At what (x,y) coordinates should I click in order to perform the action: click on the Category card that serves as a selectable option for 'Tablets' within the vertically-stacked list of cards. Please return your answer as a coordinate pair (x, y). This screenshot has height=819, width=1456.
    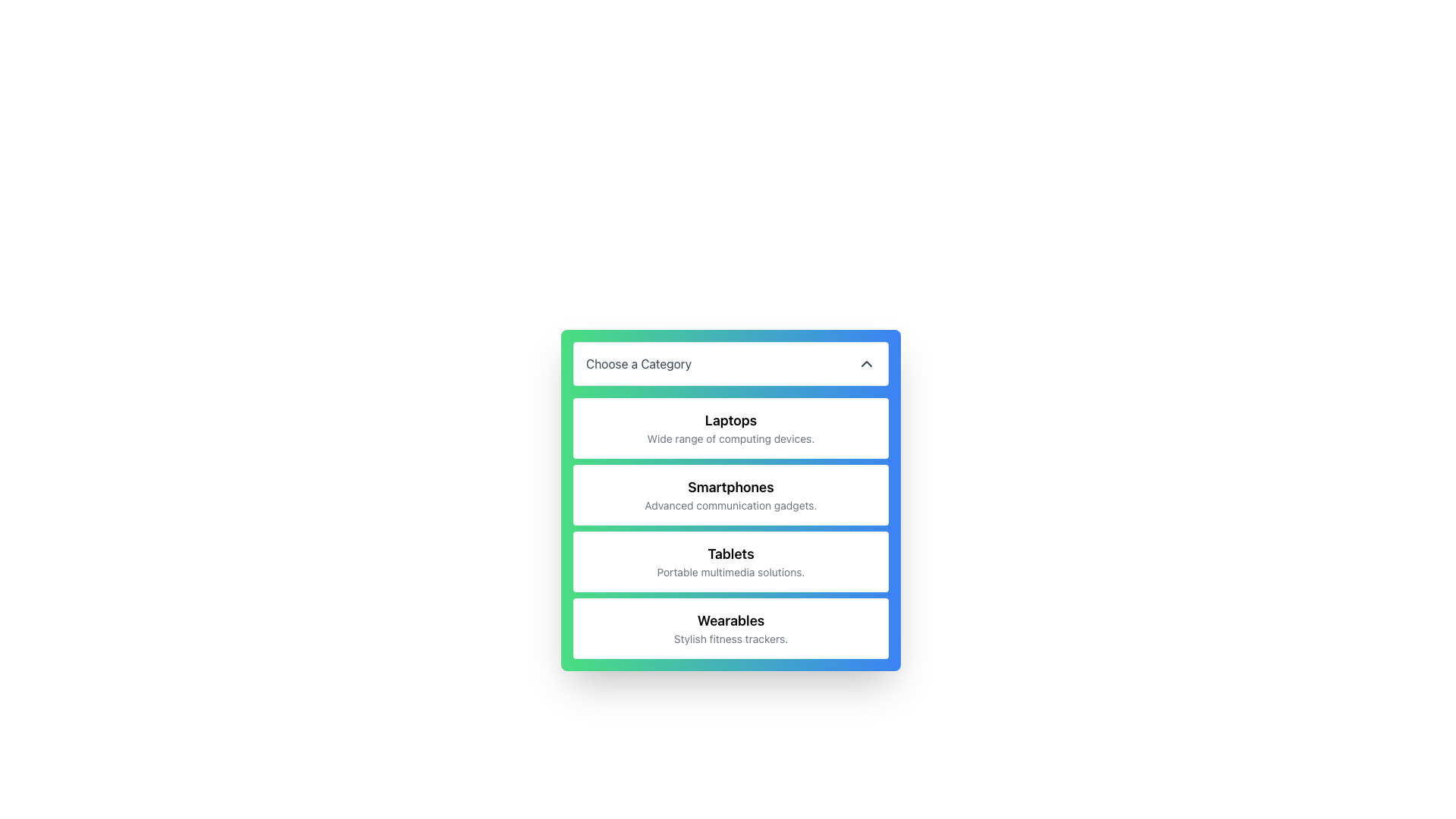
    Looking at the image, I should click on (731, 561).